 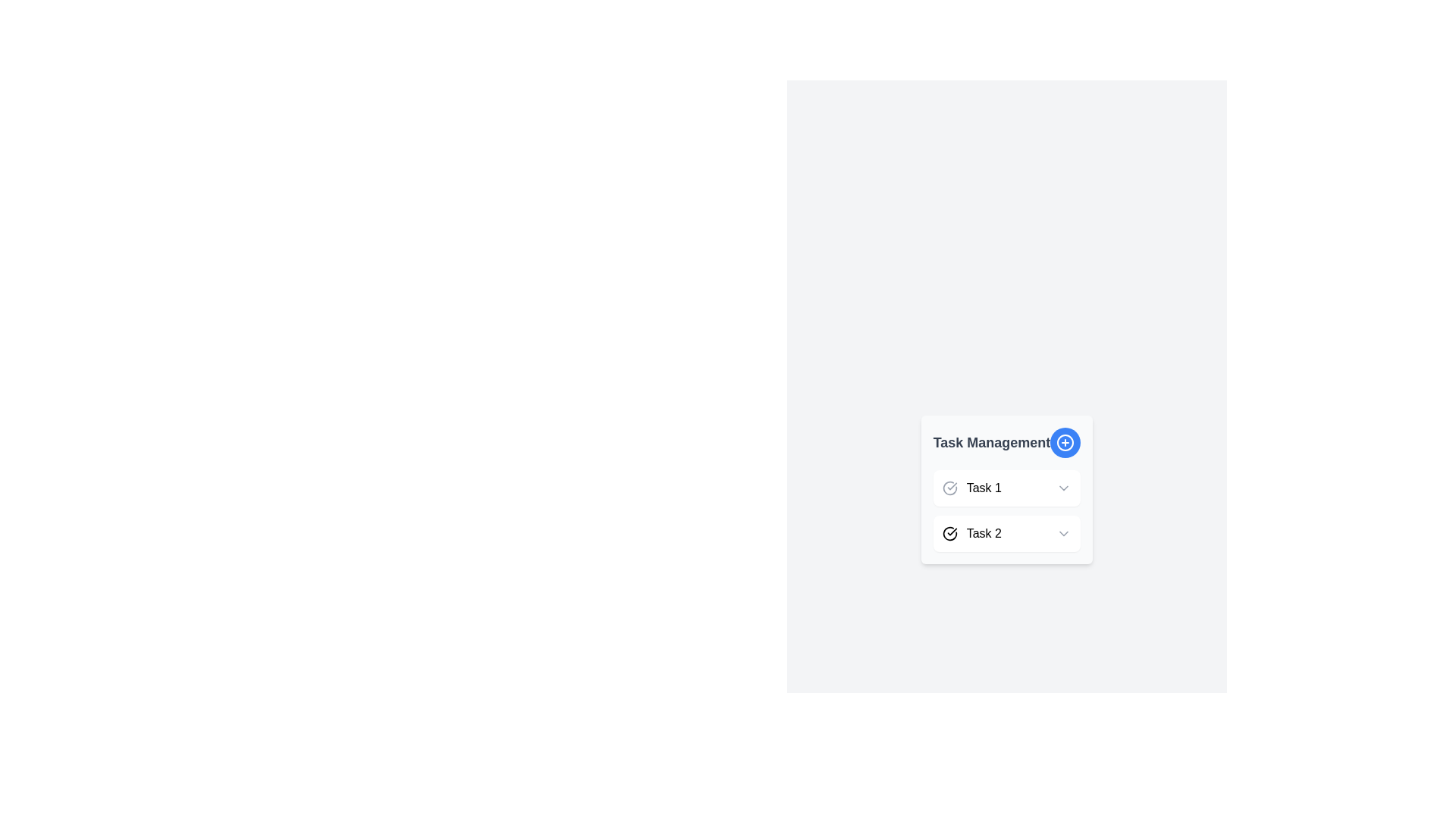 What do you see at coordinates (984, 533) in the screenshot?
I see `the 'Task 2' label, which is a bold text element aligned horizontally, positioned to the right of a checkmark icon in the task management list` at bounding box center [984, 533].